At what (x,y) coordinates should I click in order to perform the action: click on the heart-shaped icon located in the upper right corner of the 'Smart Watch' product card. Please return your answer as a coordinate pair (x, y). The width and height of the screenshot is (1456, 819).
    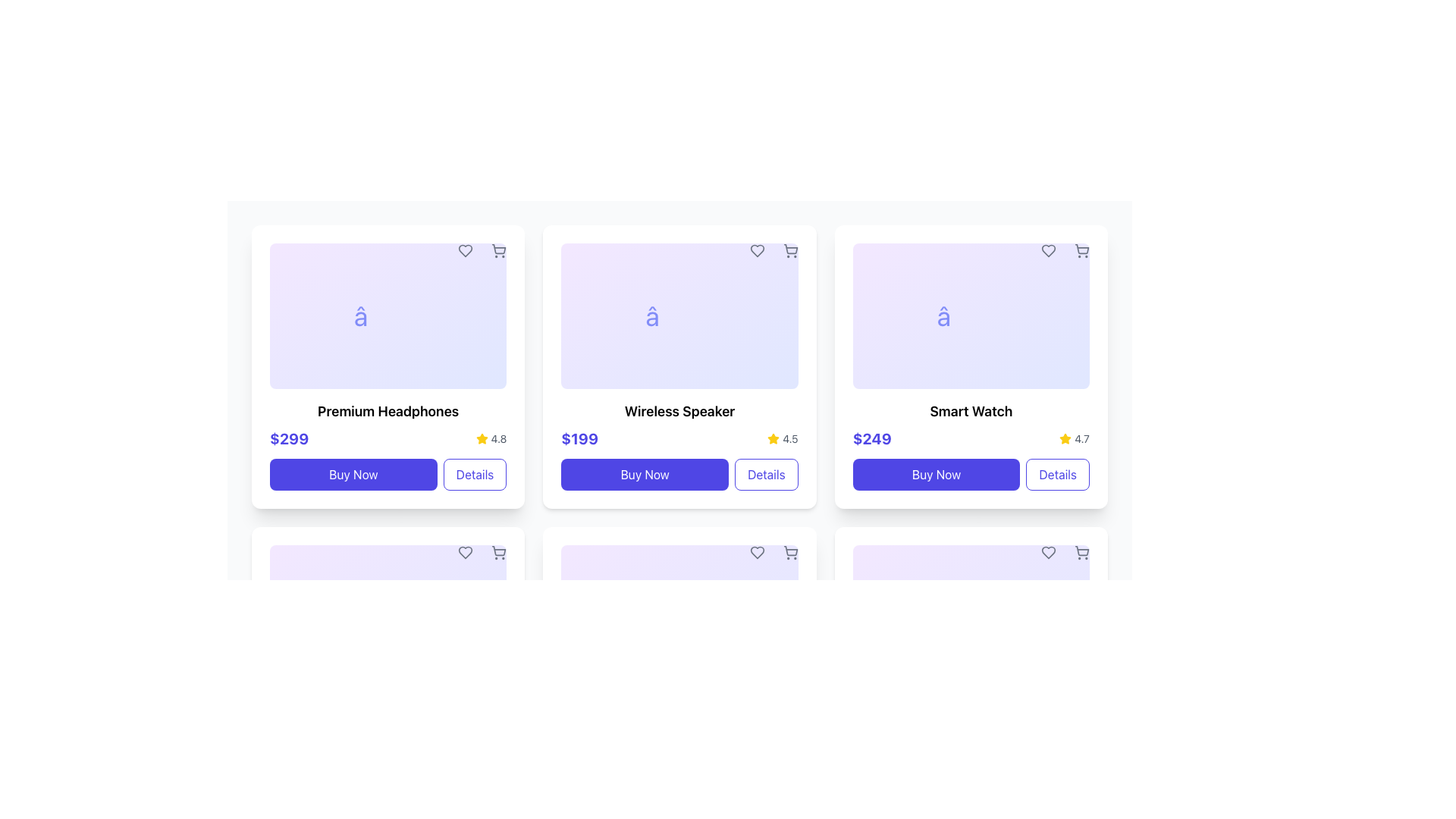
    Looking at the image, I should click on (1047, 553).